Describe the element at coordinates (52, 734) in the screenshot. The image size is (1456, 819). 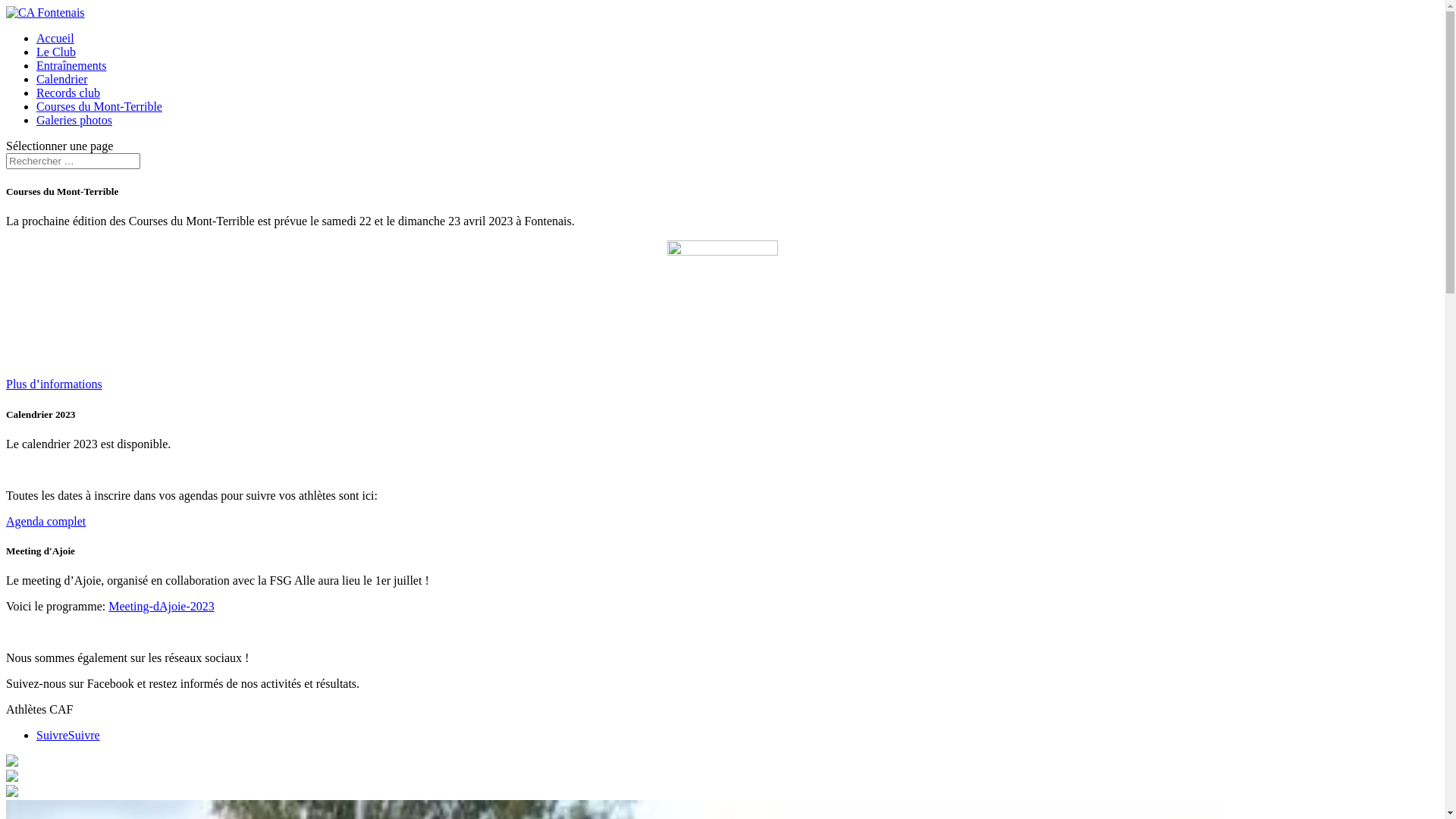
I see `'Suivre'` at that location.